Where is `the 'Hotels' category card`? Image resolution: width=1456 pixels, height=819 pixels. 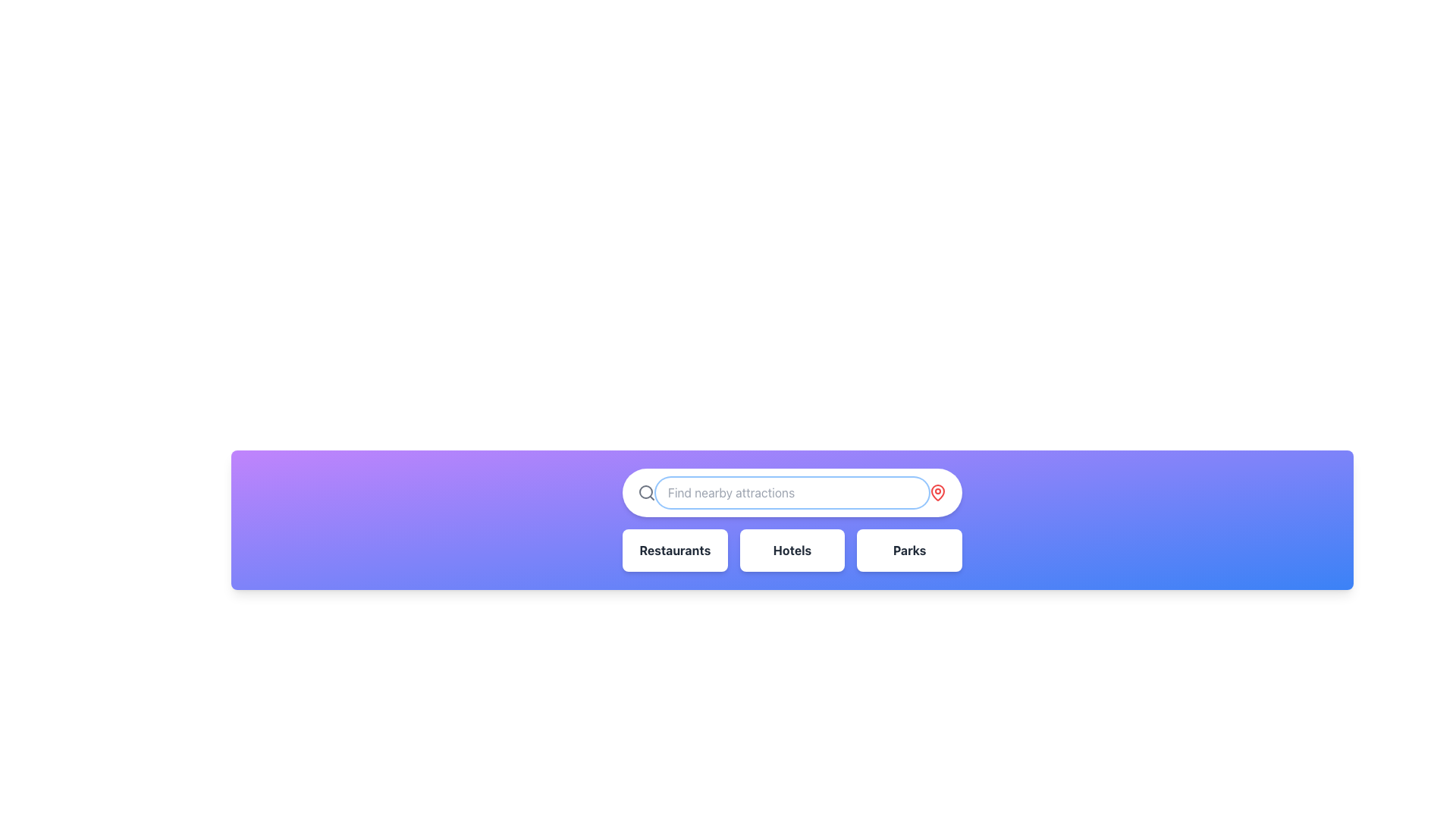
the 'Hotels' category card is located at coordinates (792, 550).